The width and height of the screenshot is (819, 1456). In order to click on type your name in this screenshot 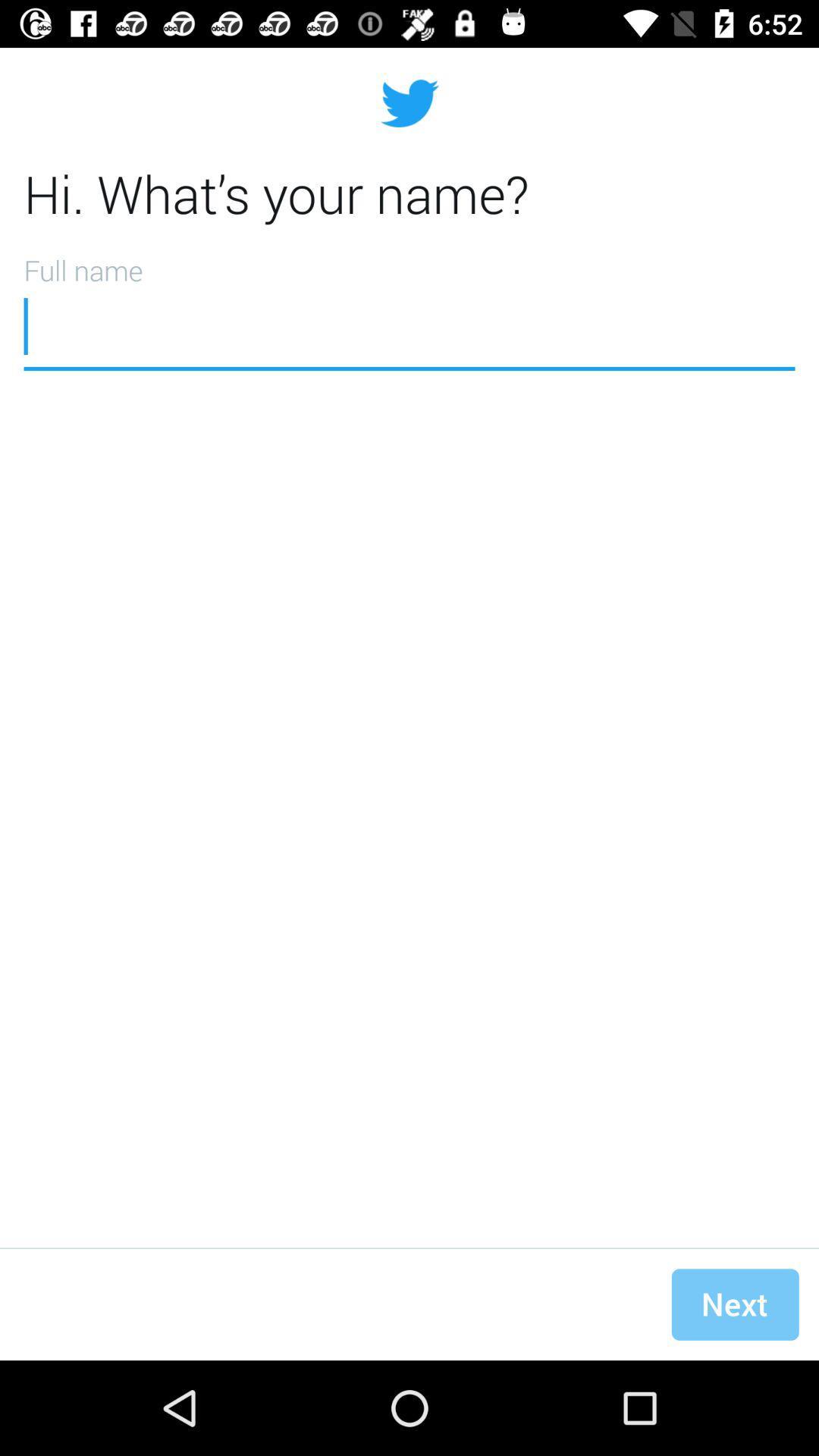, I will do `click(409, 306)`.